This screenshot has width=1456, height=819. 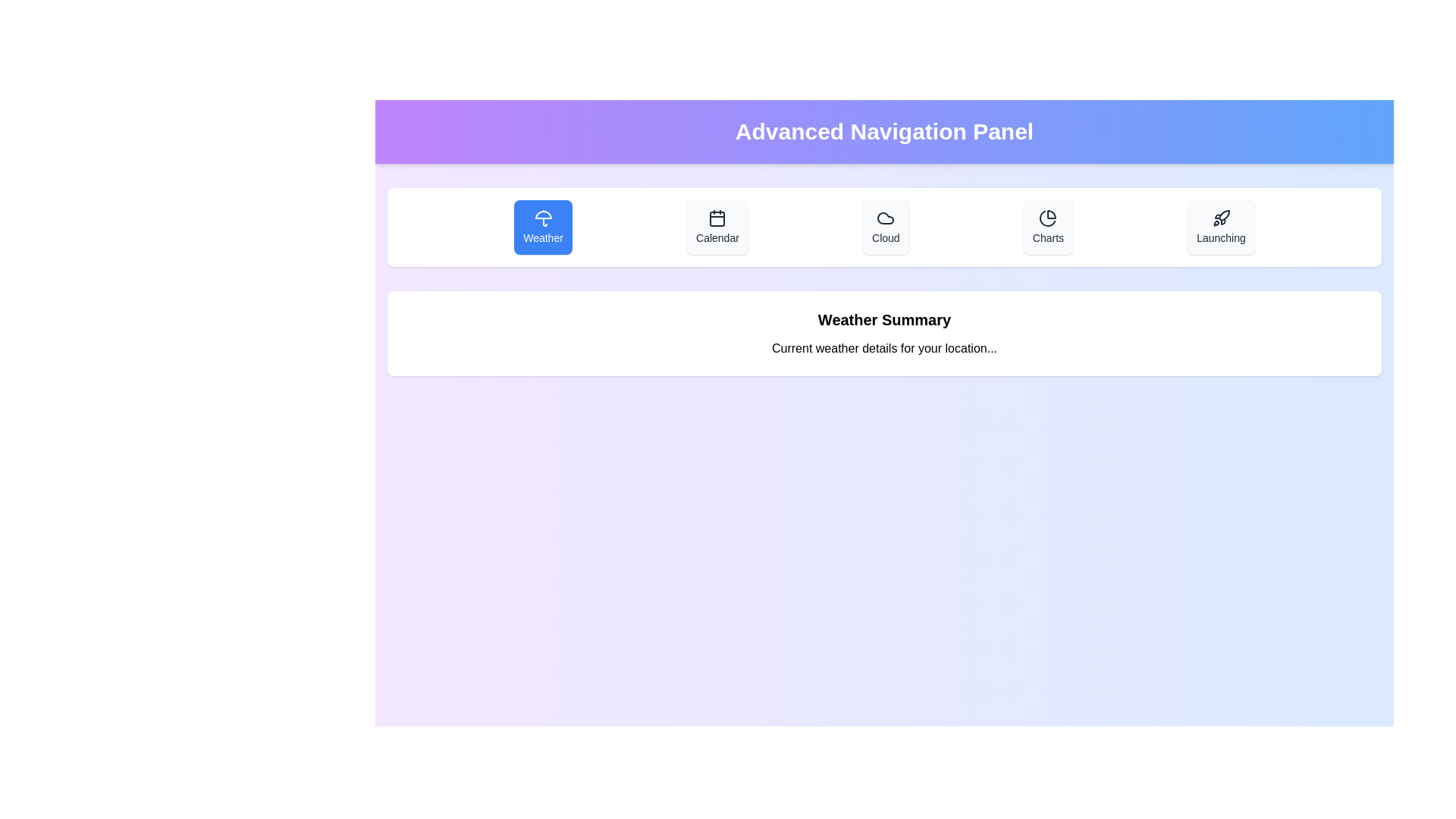 I want to click on the umbrella icon within the blue box labeled 'Weather', so click(x=543, y=218).